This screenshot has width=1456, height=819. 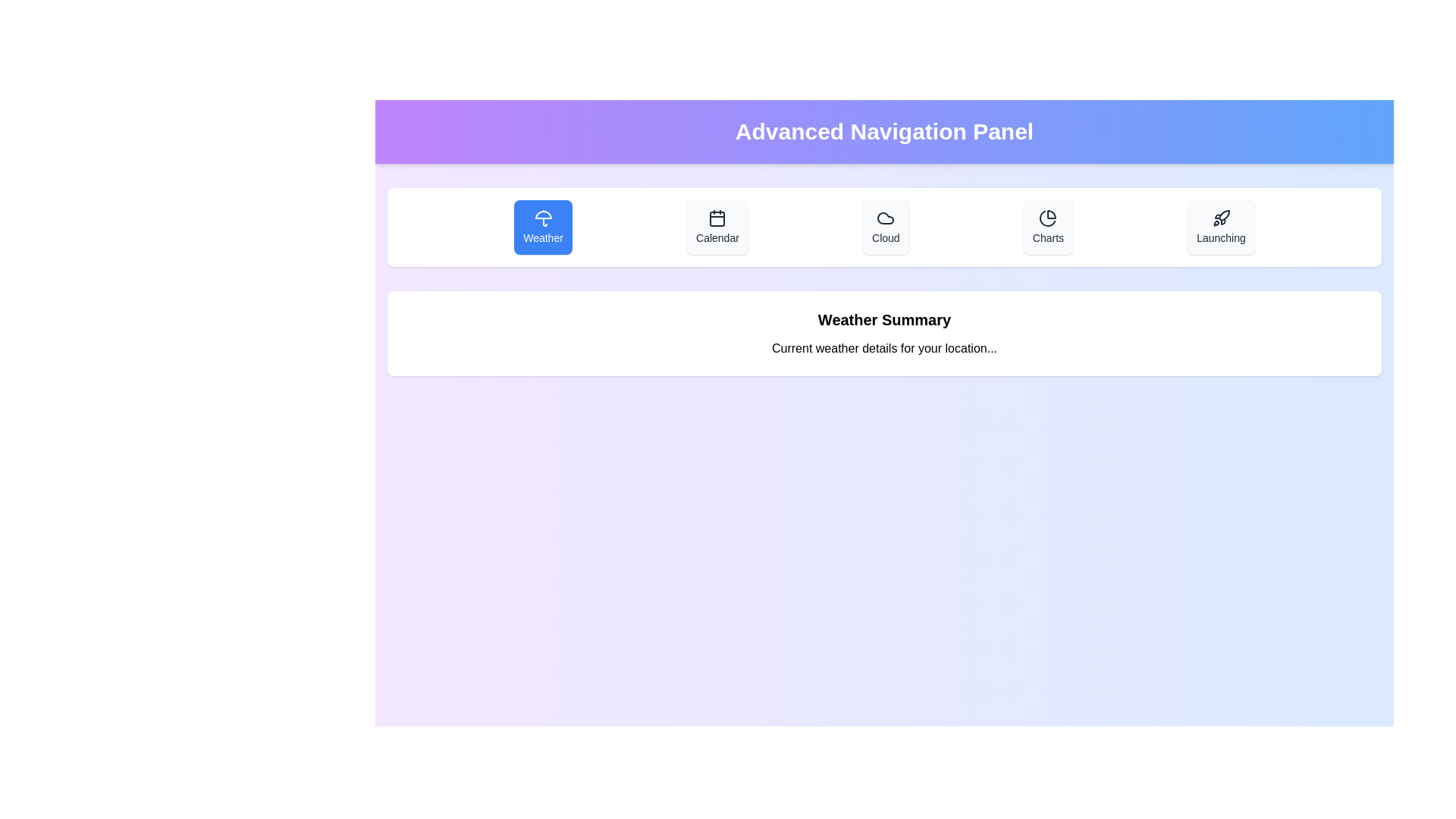 I want to click on the umbrella icon within the blue box labeled 'Weather', so click(x=543, y=218).